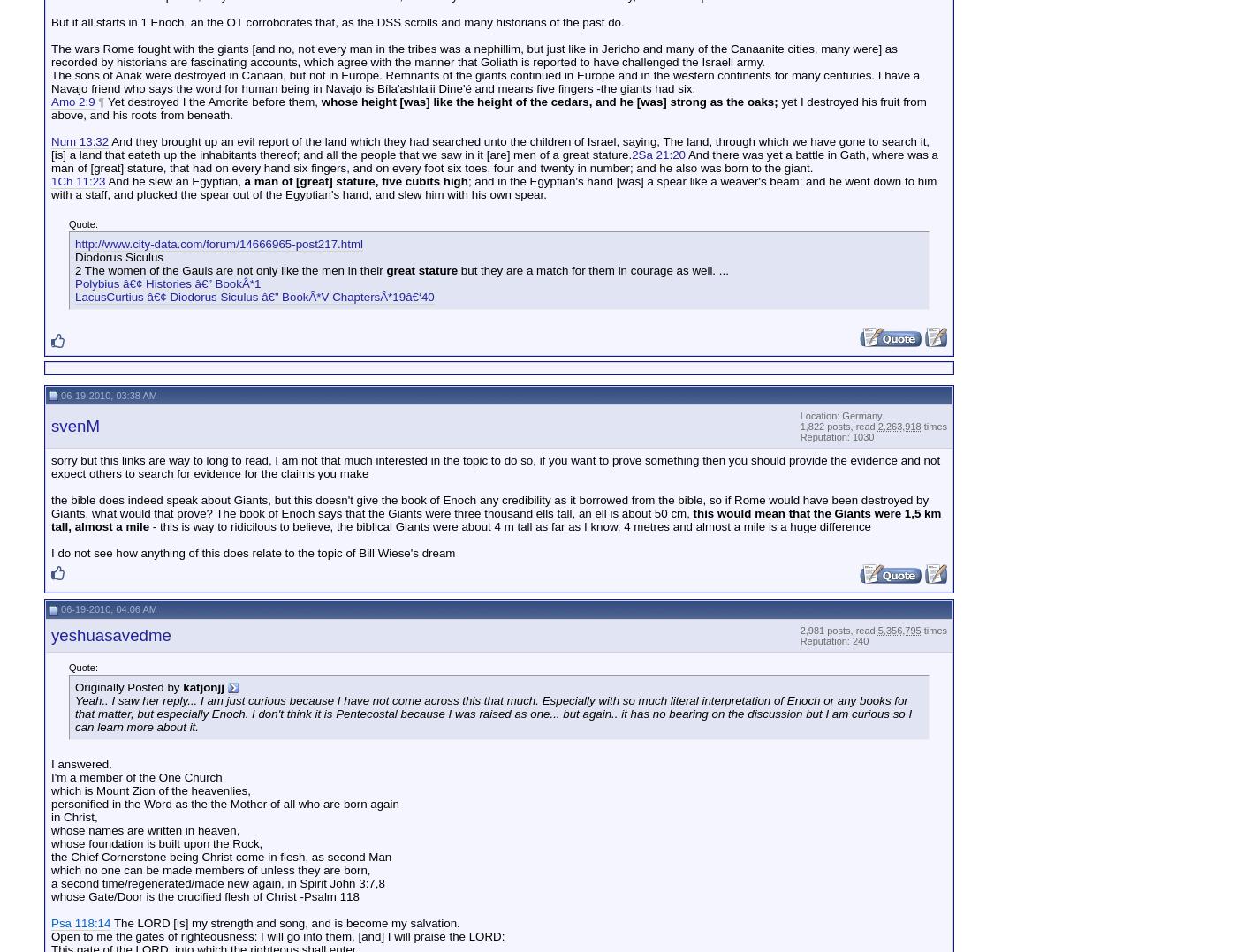  I want to click on '1Ch 11:23', so click(78, 180).